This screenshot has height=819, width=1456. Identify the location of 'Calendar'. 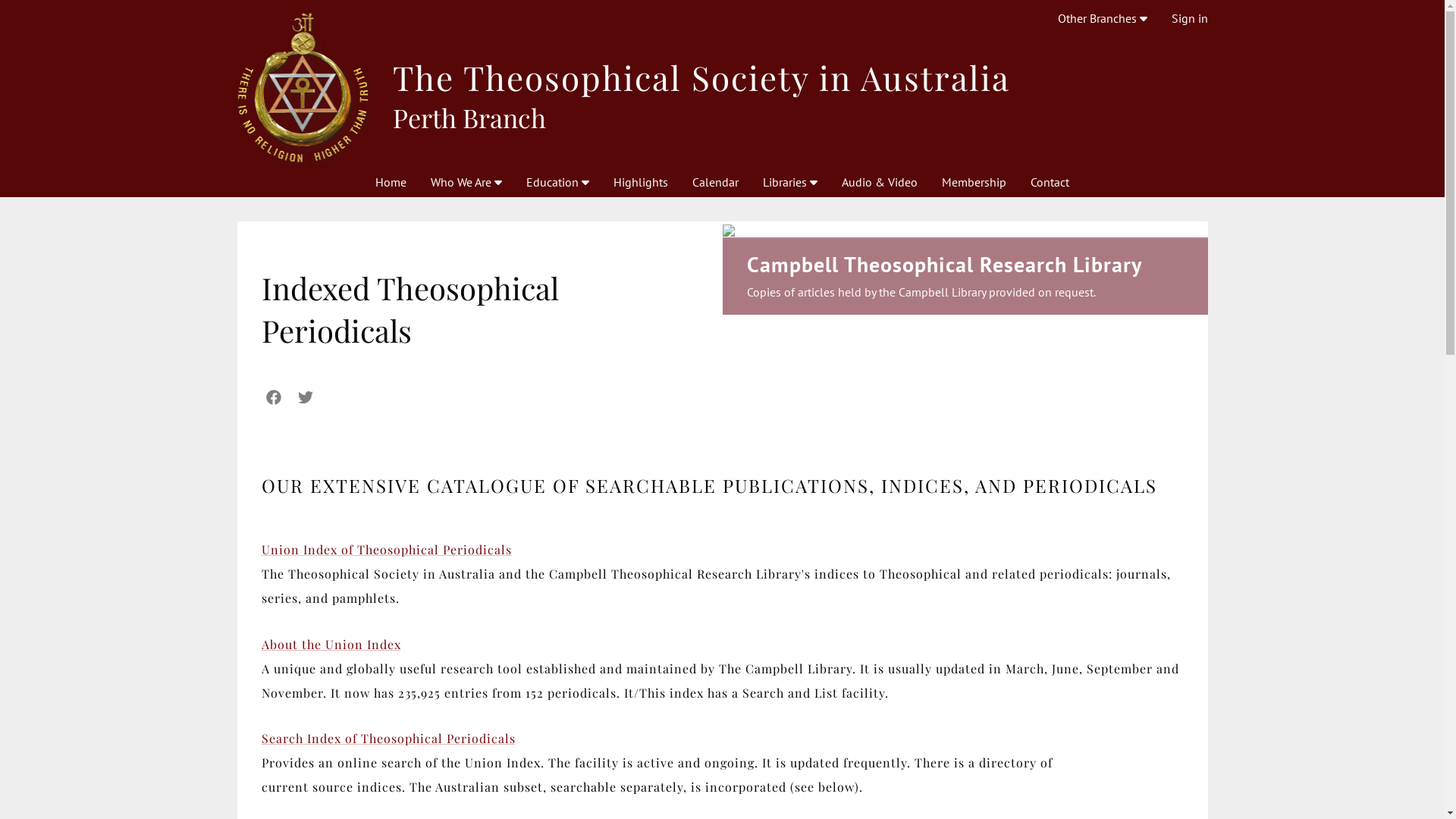
(714, 180).